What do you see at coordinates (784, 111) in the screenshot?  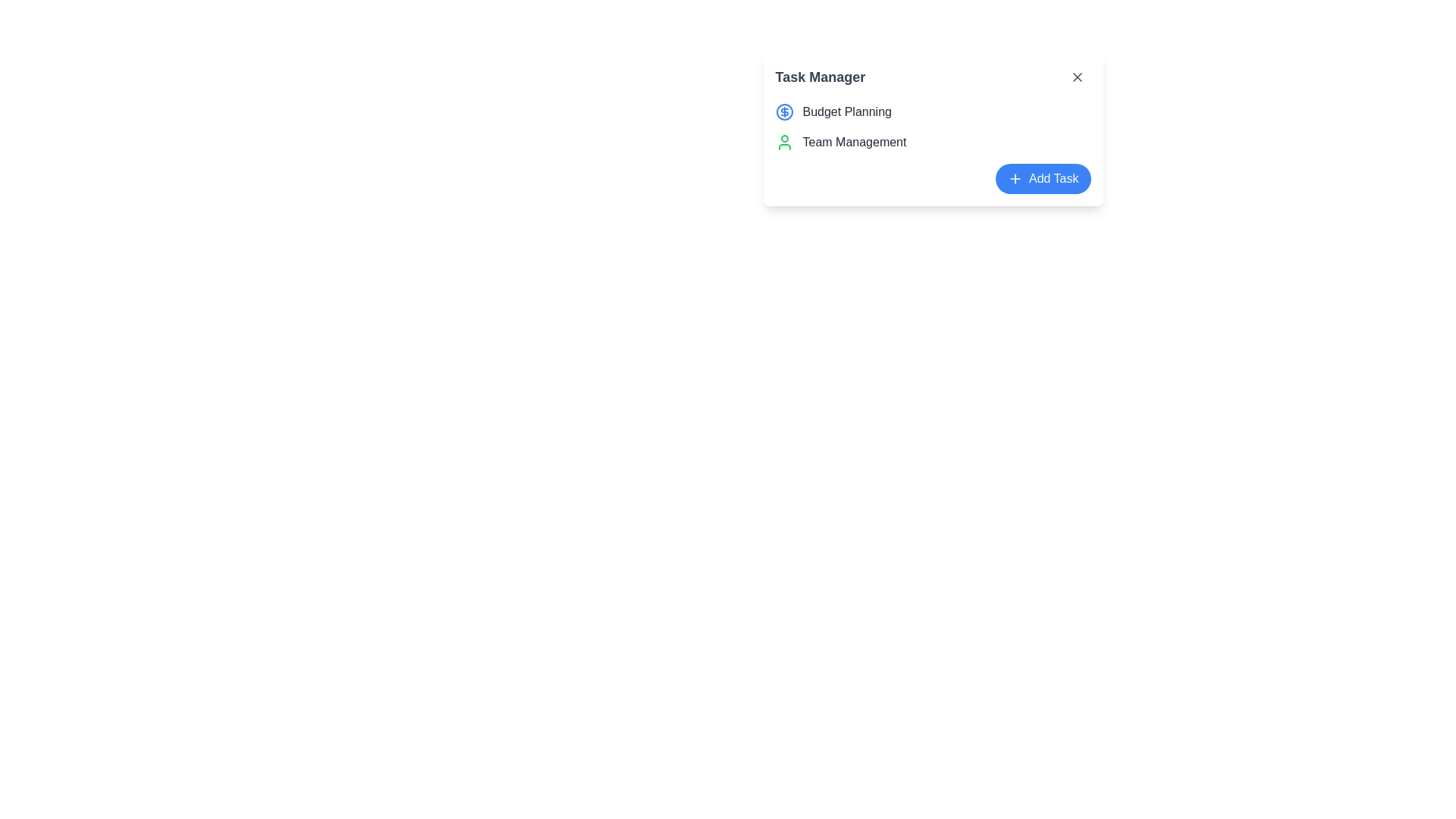 I see `the budget or financial planning icon located to the left of the 'Budget Planning' text` at bounding box center [784, 111].